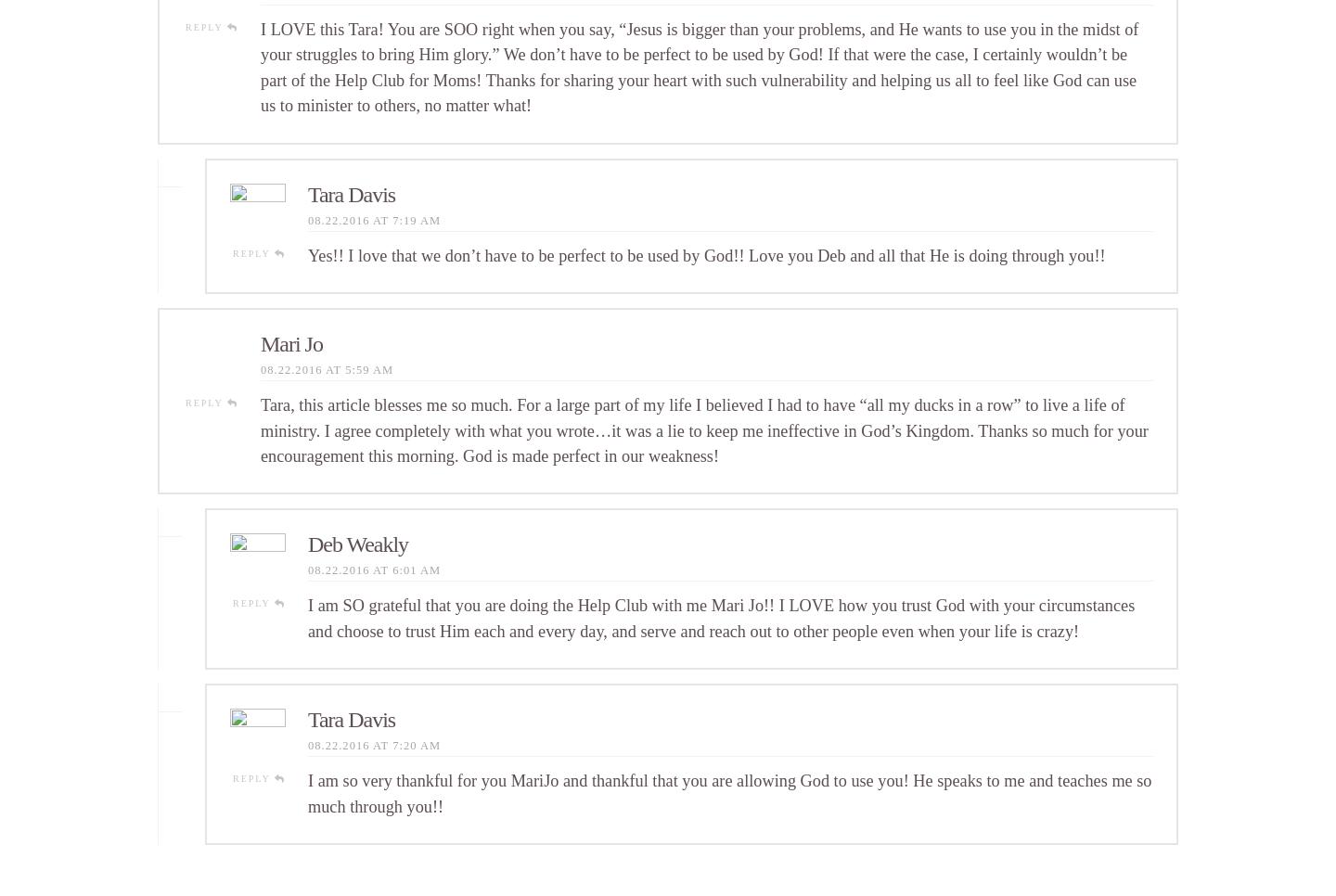 This screenshot has height=896, width=1336. Describe the element at coordinates (705, 255) in the screenshot. I see `'Yes!!  I love that we don’t have to be perfect to be used by God!!  Love you Deb and all that He is doing through you!!'` at that location.